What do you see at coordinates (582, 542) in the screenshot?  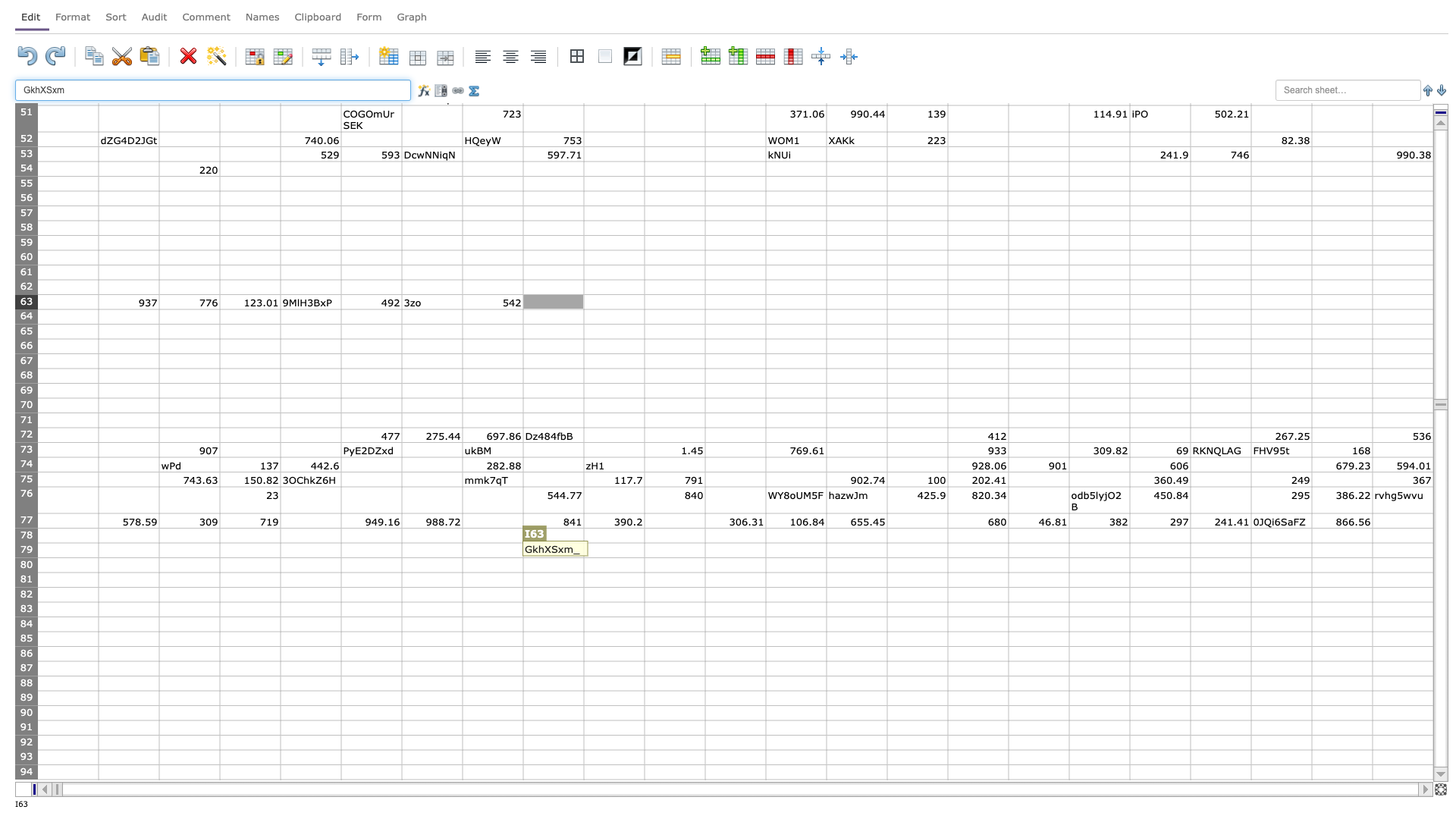 I see `Upper left corner of cell J79` at bounding box center [582, 542].